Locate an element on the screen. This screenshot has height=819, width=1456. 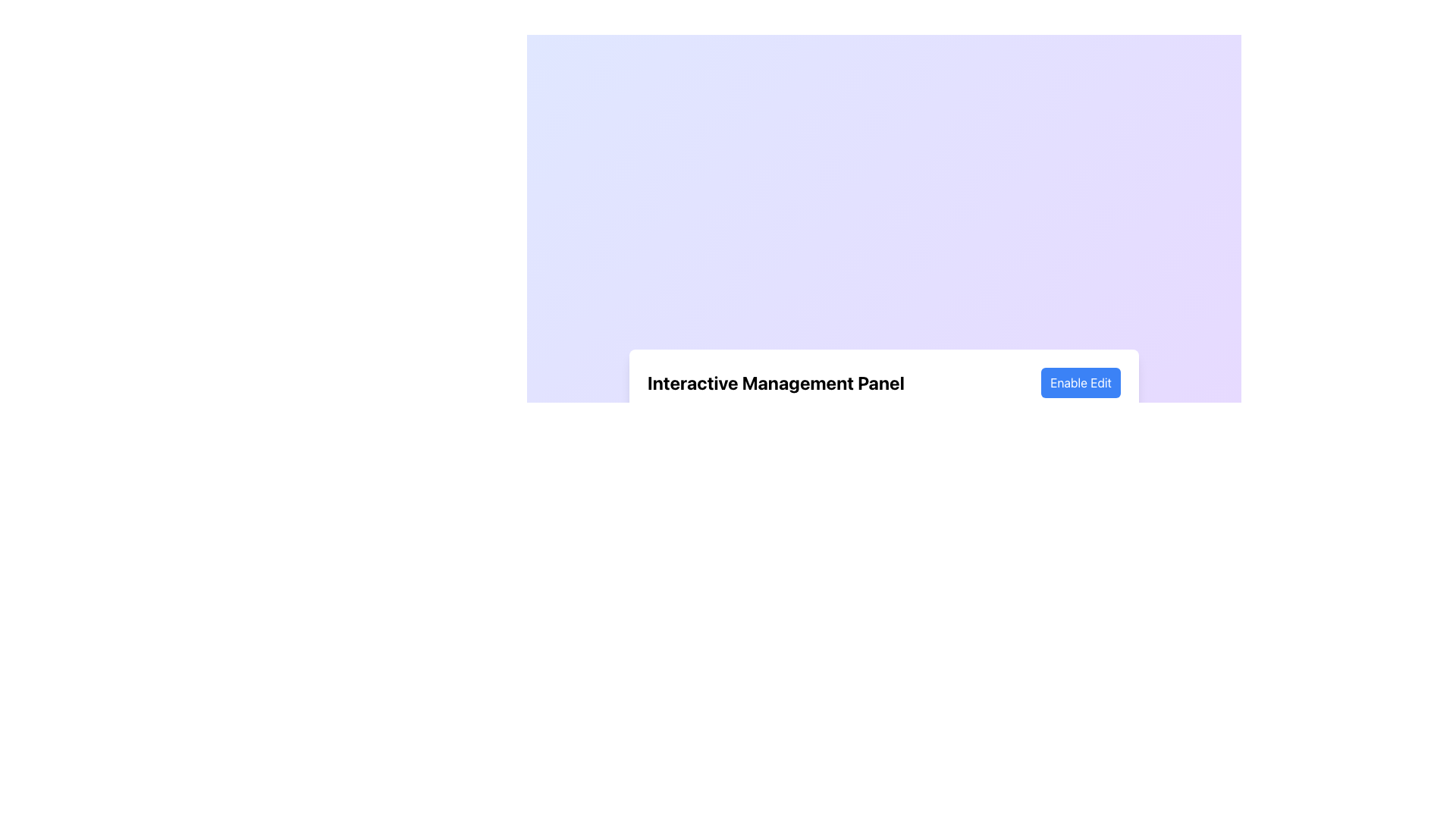
the button labeled 'Enable Edit' with a blue background and white text located at the top-right corner of the 'Interactive Management Panel' to change its background color is located at coordinates (1080, 382).